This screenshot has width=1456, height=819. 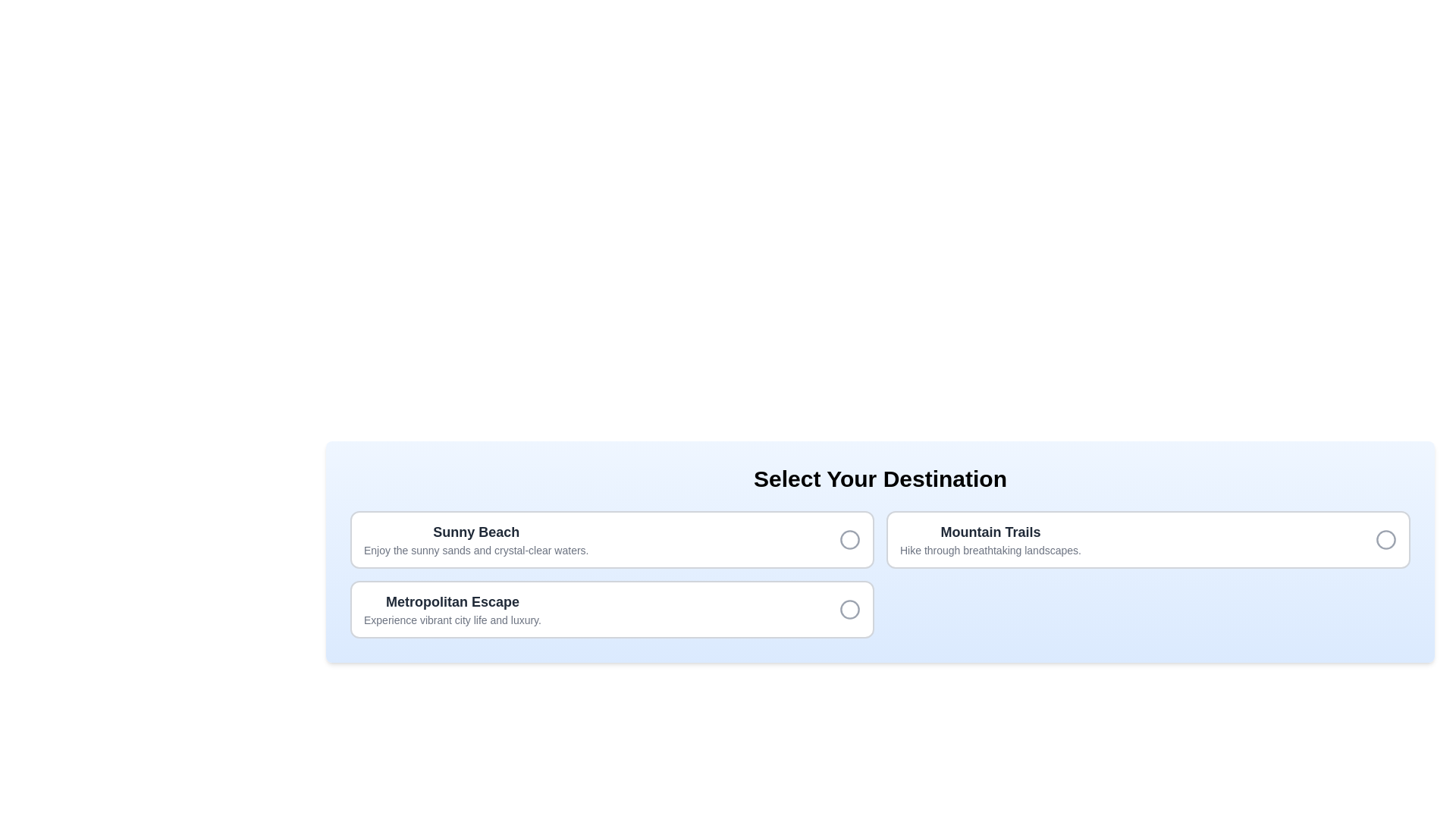 What do you see at coordinates (612, 608) in the screenshot?
I see `the 'Metropolitan Escape' select option to trigger visual feedback` at bounding box center [612, 608].